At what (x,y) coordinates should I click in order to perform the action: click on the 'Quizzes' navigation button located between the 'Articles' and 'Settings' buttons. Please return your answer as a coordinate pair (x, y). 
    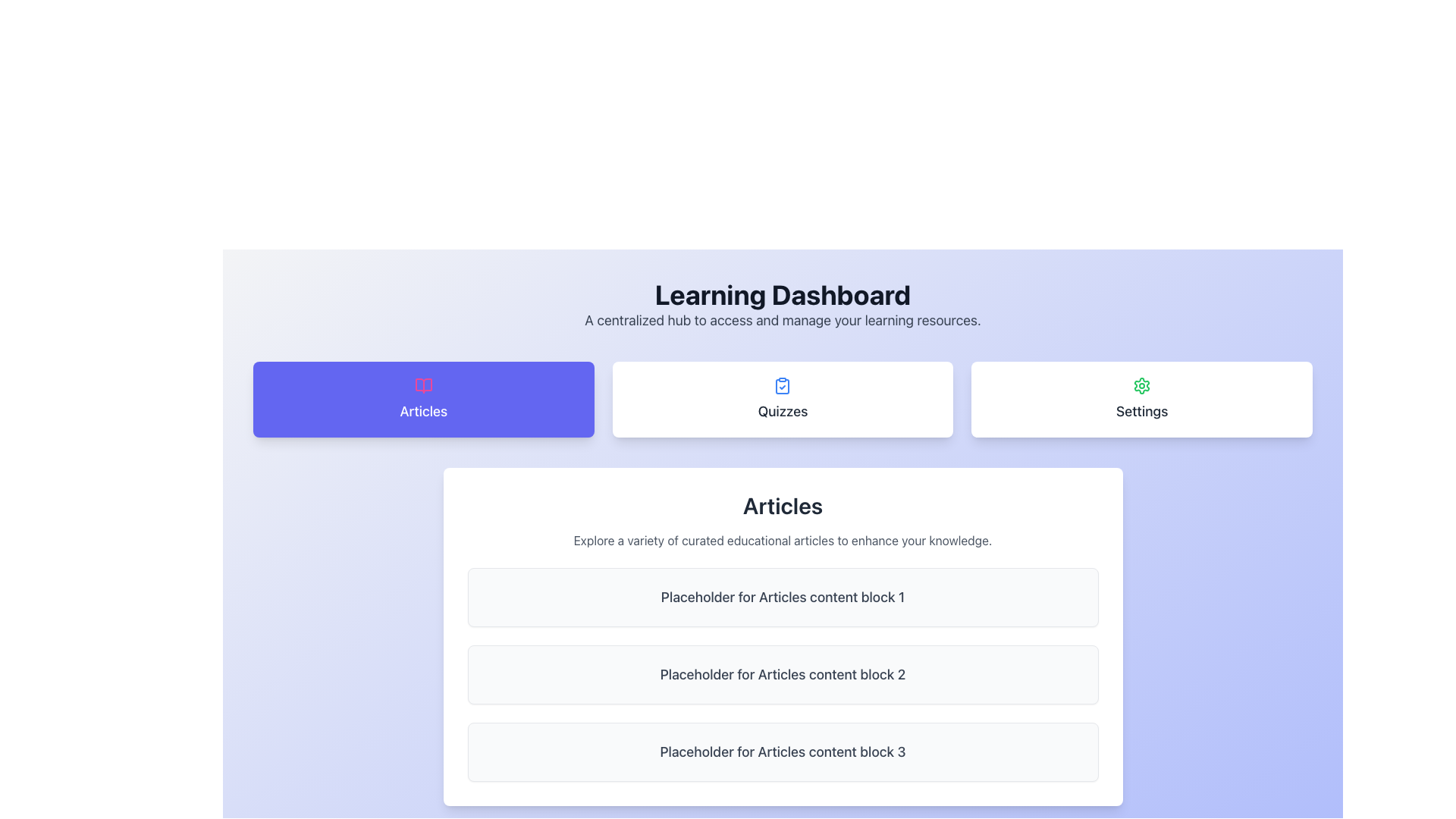
    Looking at the image, I should click on (783, 399).